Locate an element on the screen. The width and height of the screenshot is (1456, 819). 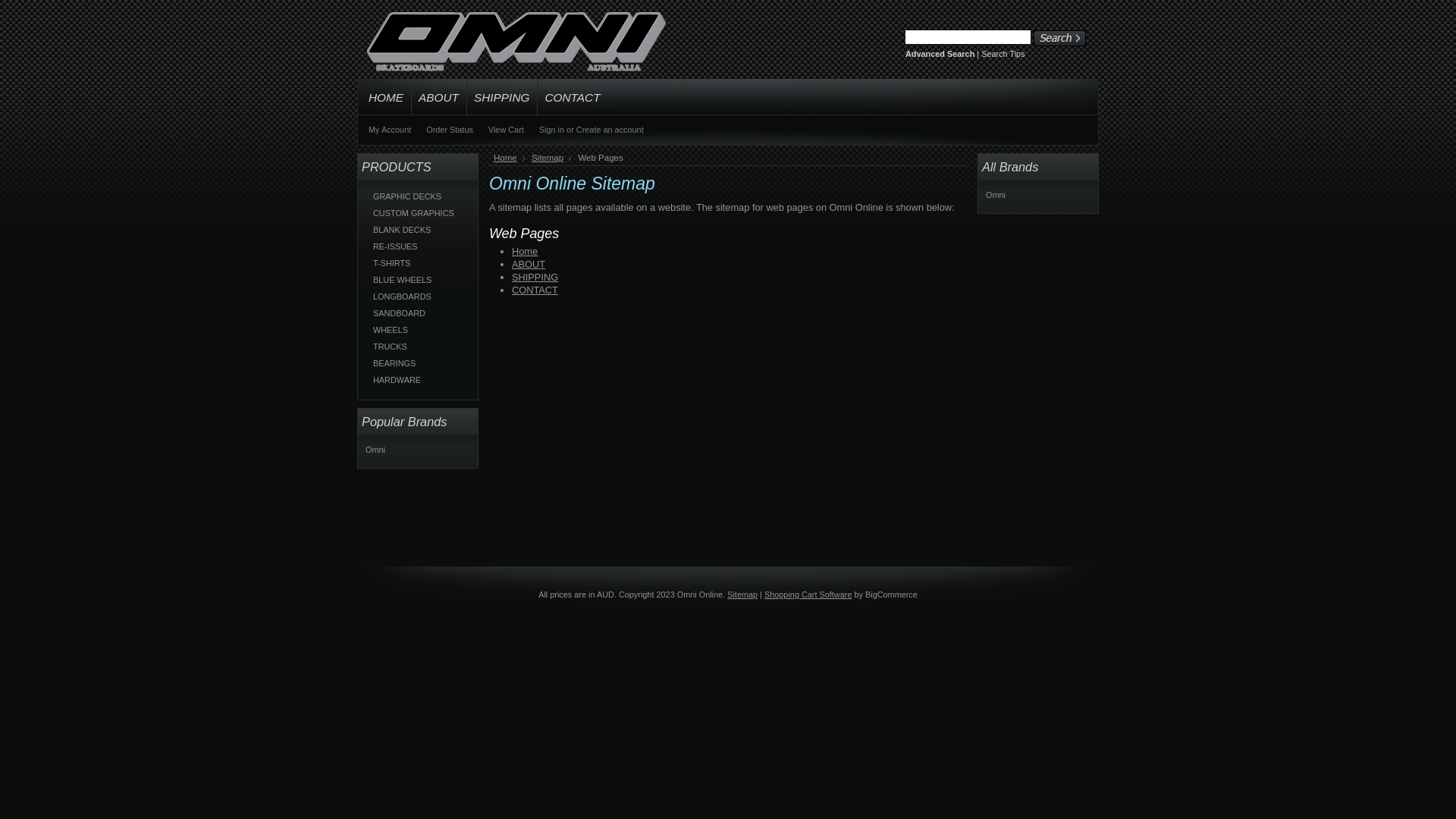
'View Cart' is located at coordinates (506, 128).